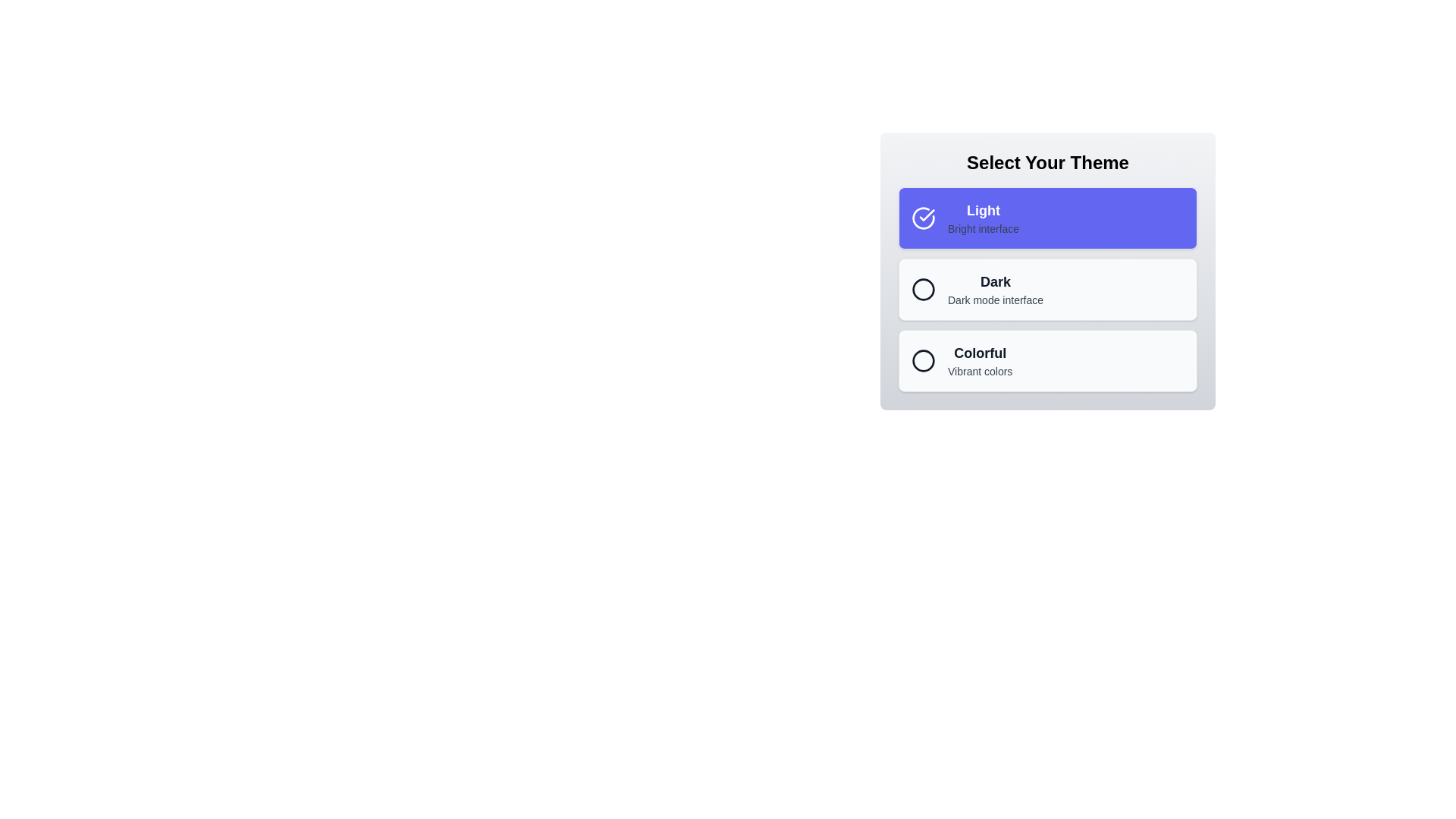 The width and height of the screenshot is (1456, 819). What do you see at coordinates (1047, 289) in the screenshot?
I see `the button corresponding to the theme Dark` at bounding box center [1047, 289].